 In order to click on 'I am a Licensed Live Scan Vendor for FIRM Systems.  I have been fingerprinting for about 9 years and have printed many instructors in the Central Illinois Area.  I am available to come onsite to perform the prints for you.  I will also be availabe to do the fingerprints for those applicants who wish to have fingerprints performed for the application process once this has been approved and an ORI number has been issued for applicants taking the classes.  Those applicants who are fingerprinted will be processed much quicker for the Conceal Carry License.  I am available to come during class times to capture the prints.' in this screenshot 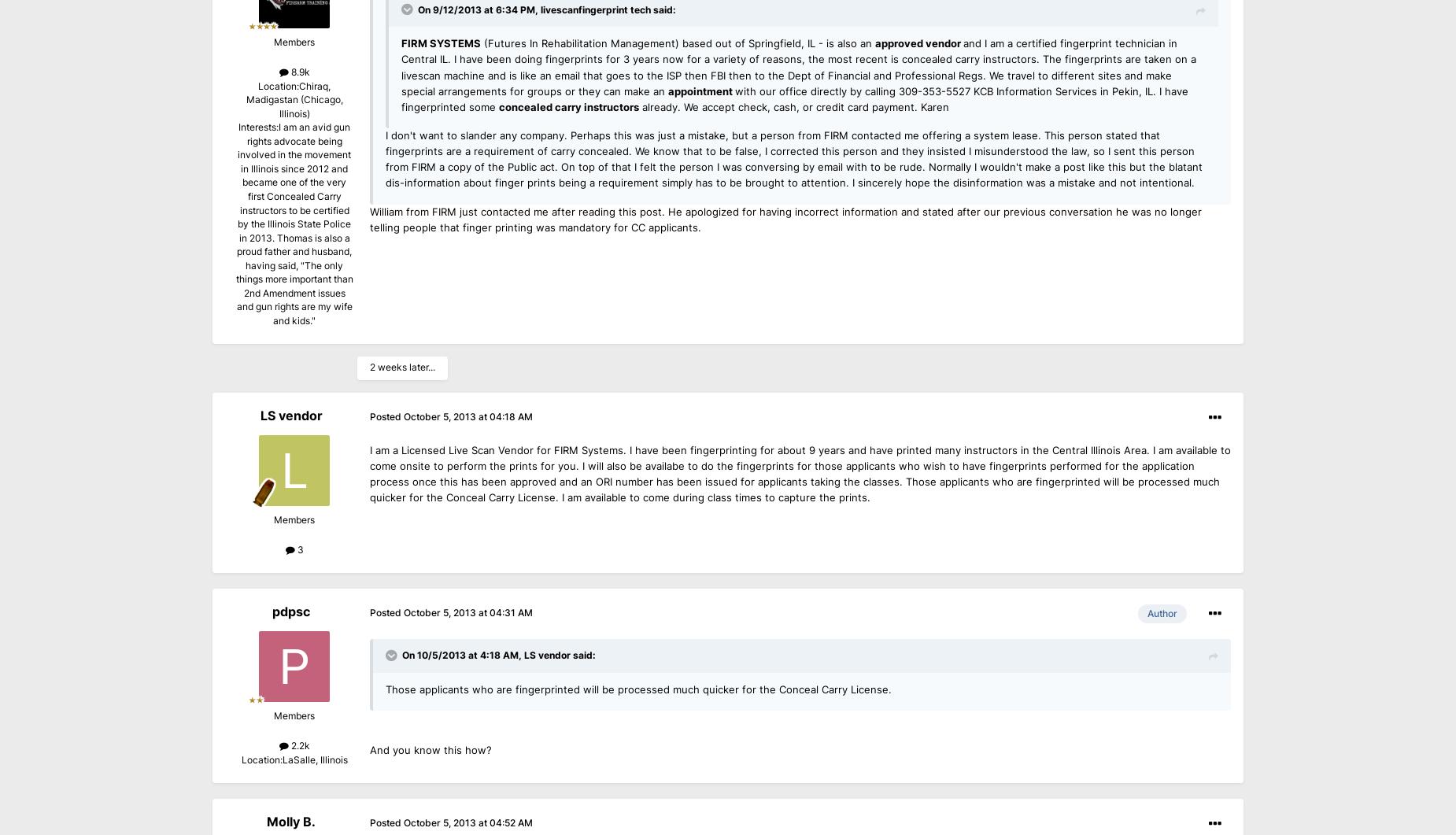, I will do `click(799, 473)`.